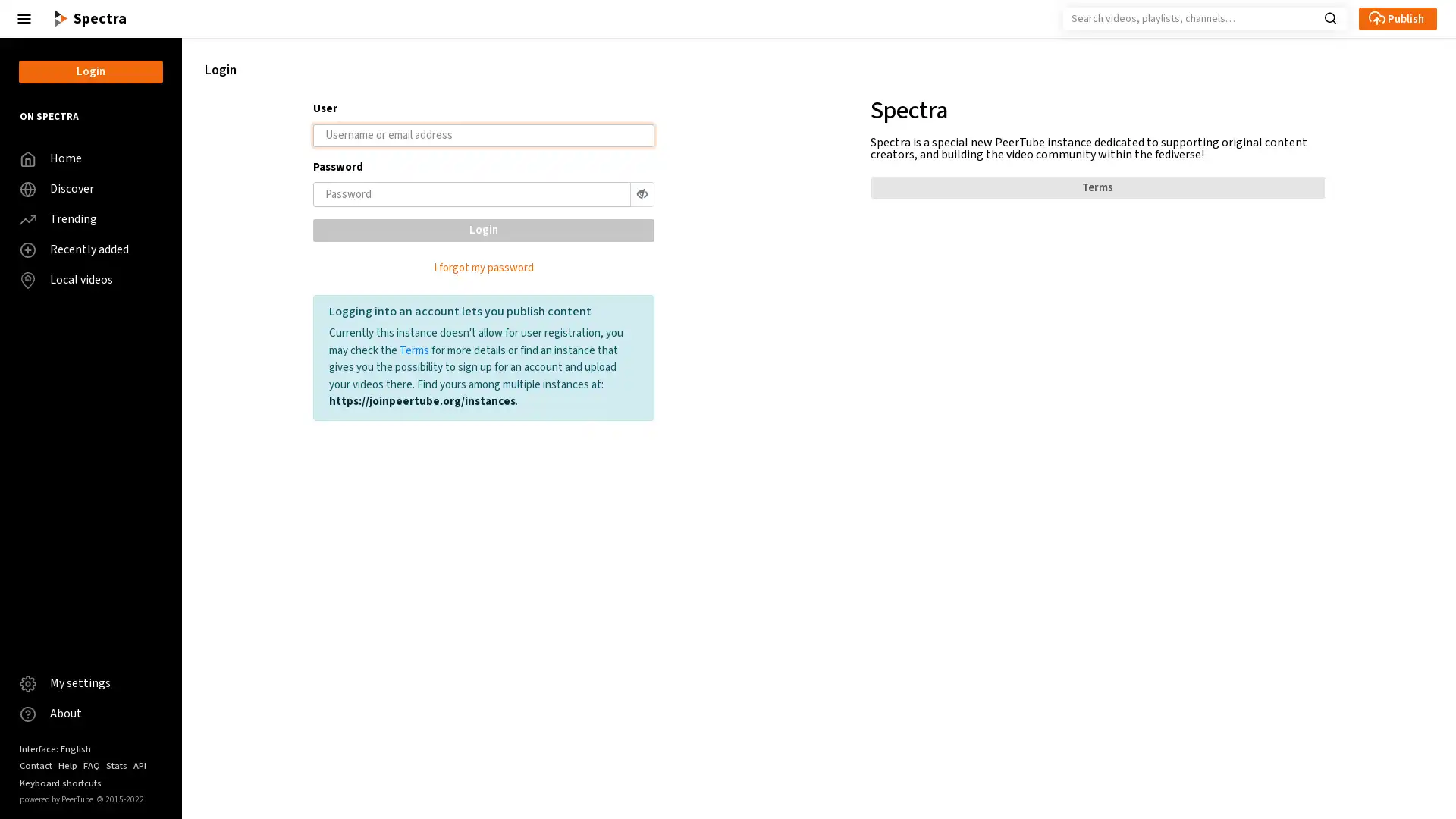 The width and height of the screenshot is (1456, 819). Describe the element at coordinates (24, 18) in the screenshot. I see `Close the left menu` at that location.